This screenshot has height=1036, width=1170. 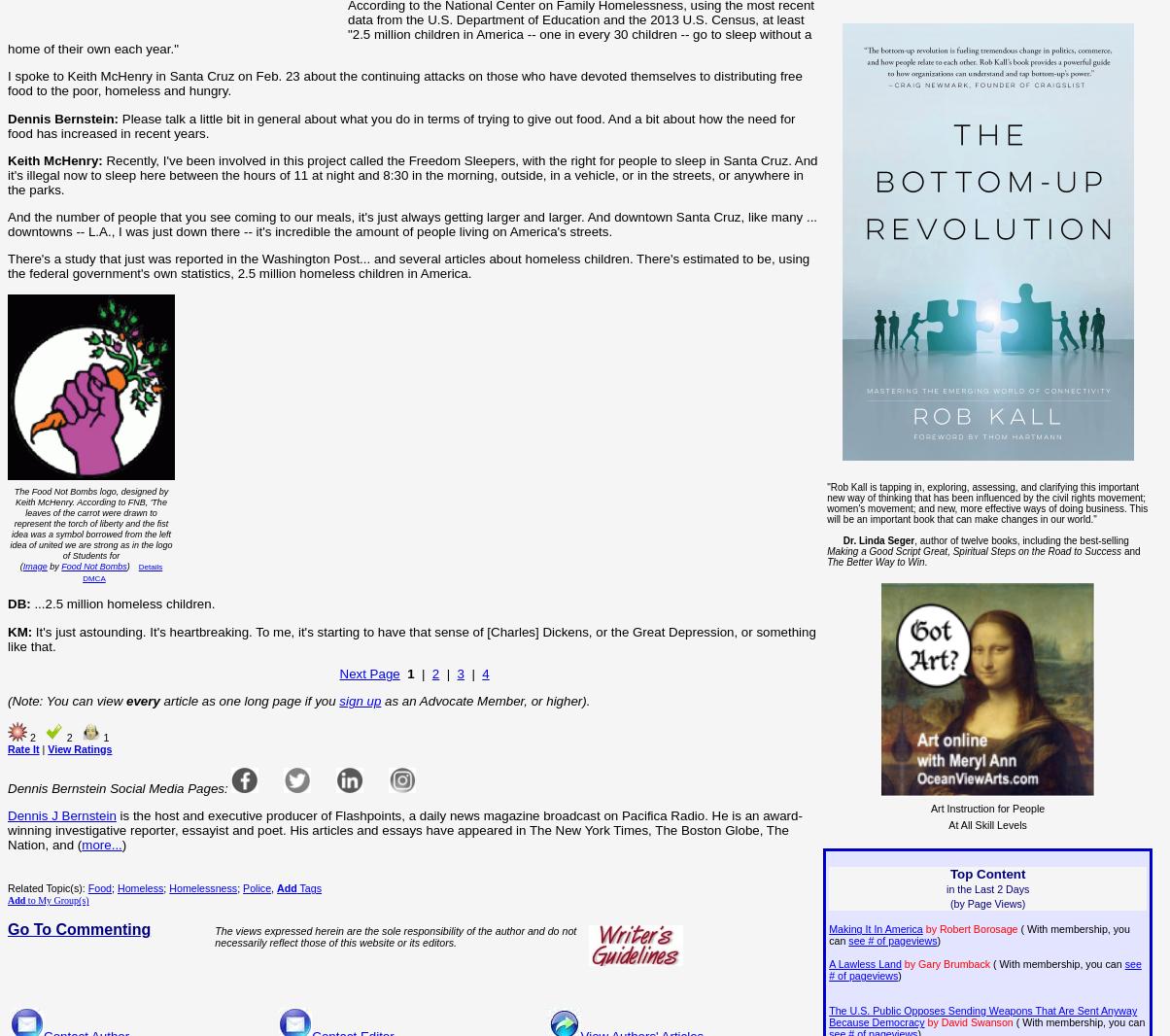 What do you see at coordinates (99, 887) in the screenshot?
I see `'Food'` at bounding box center [99, 887].